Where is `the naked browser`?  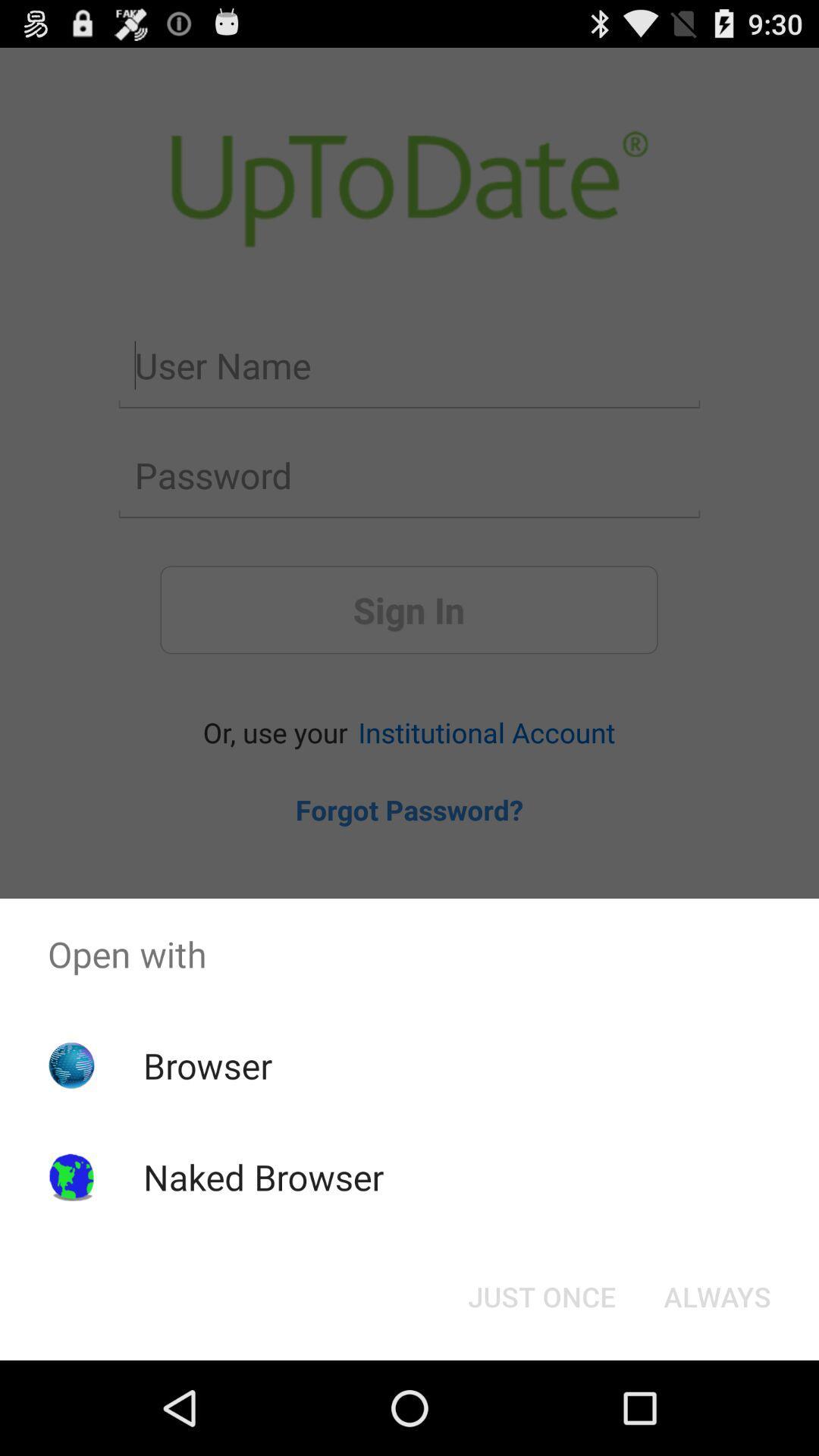 the naked browser is located at coordinates (262, 1176).